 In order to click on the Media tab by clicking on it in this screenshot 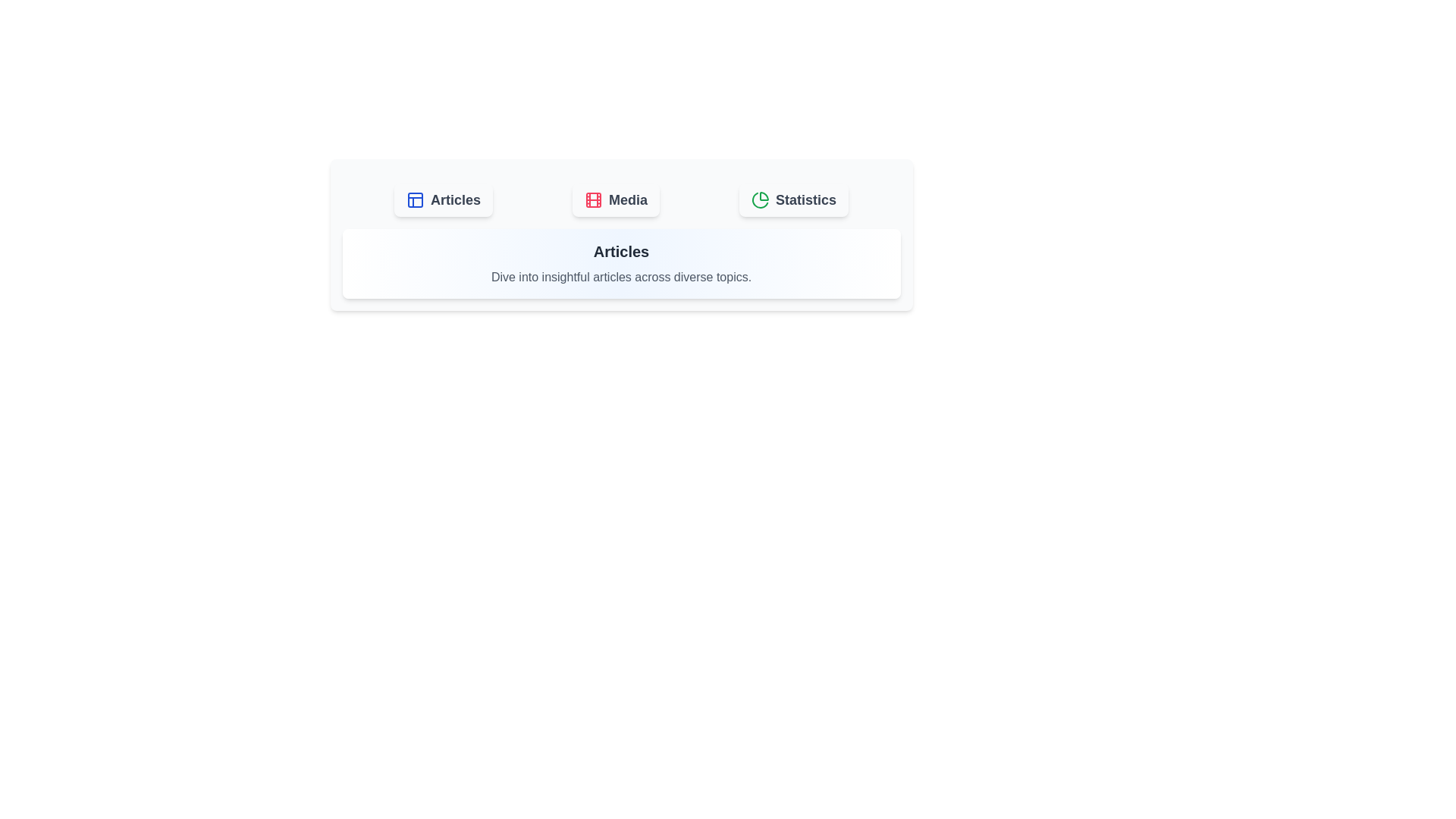, I will do `click(616, 199)`.